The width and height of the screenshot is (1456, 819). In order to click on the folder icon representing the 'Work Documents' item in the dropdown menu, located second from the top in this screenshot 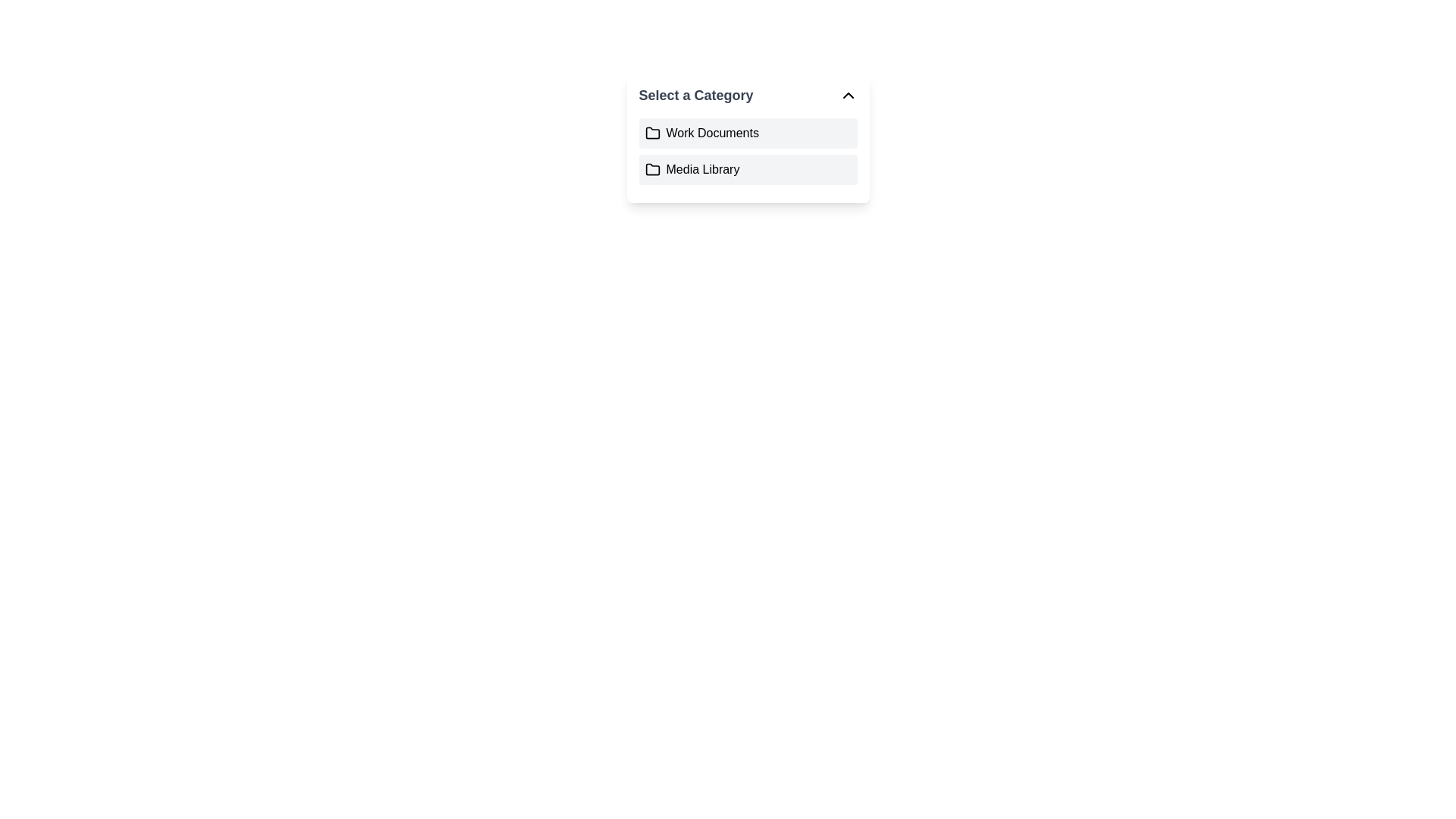, I will do `click(652, 133)`.